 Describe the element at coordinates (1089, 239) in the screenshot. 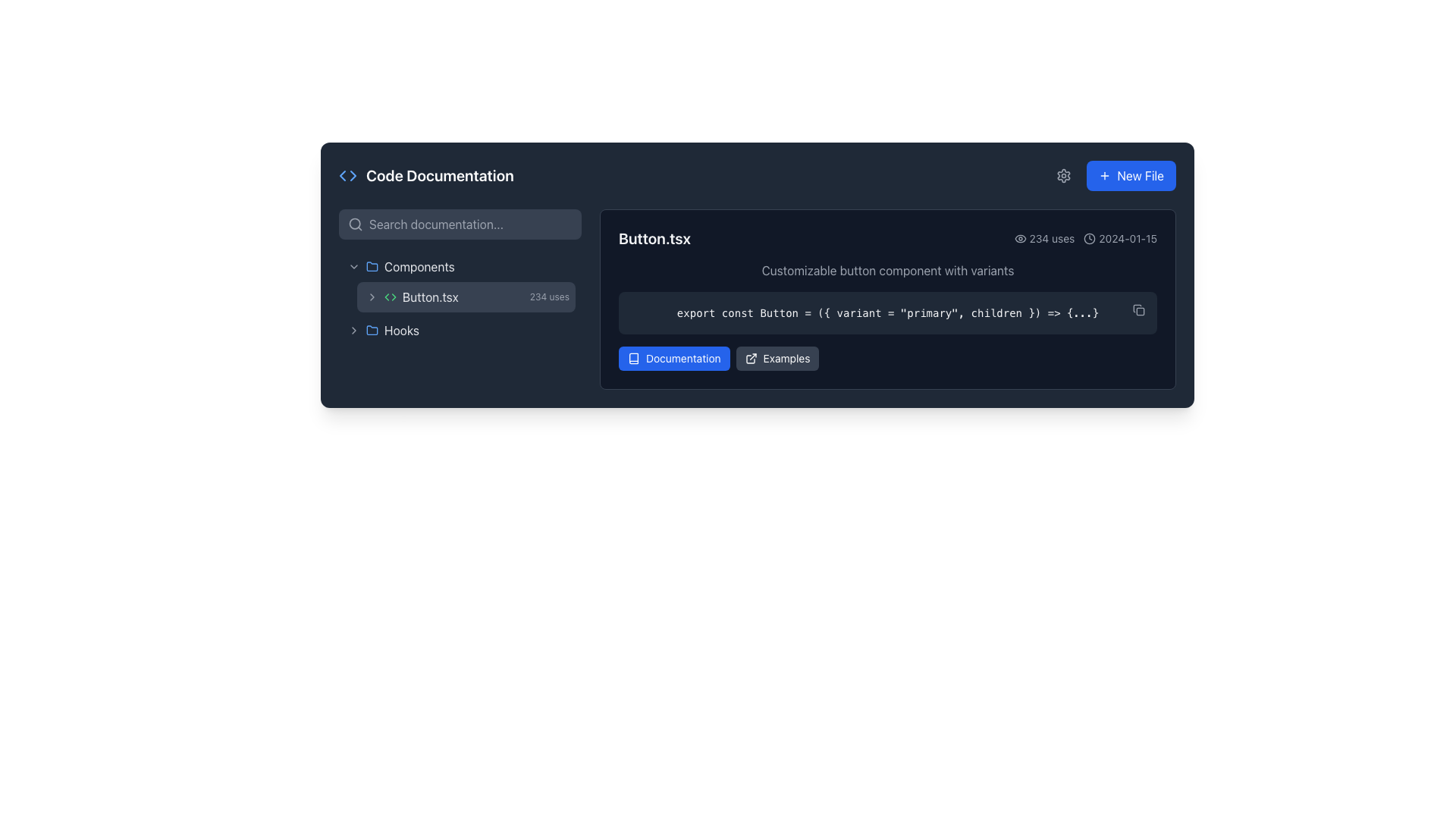

I see `the circular clock icon located at the top-right corner of the panel, which has a distinct border and is part of an SVG graphic` at that location.